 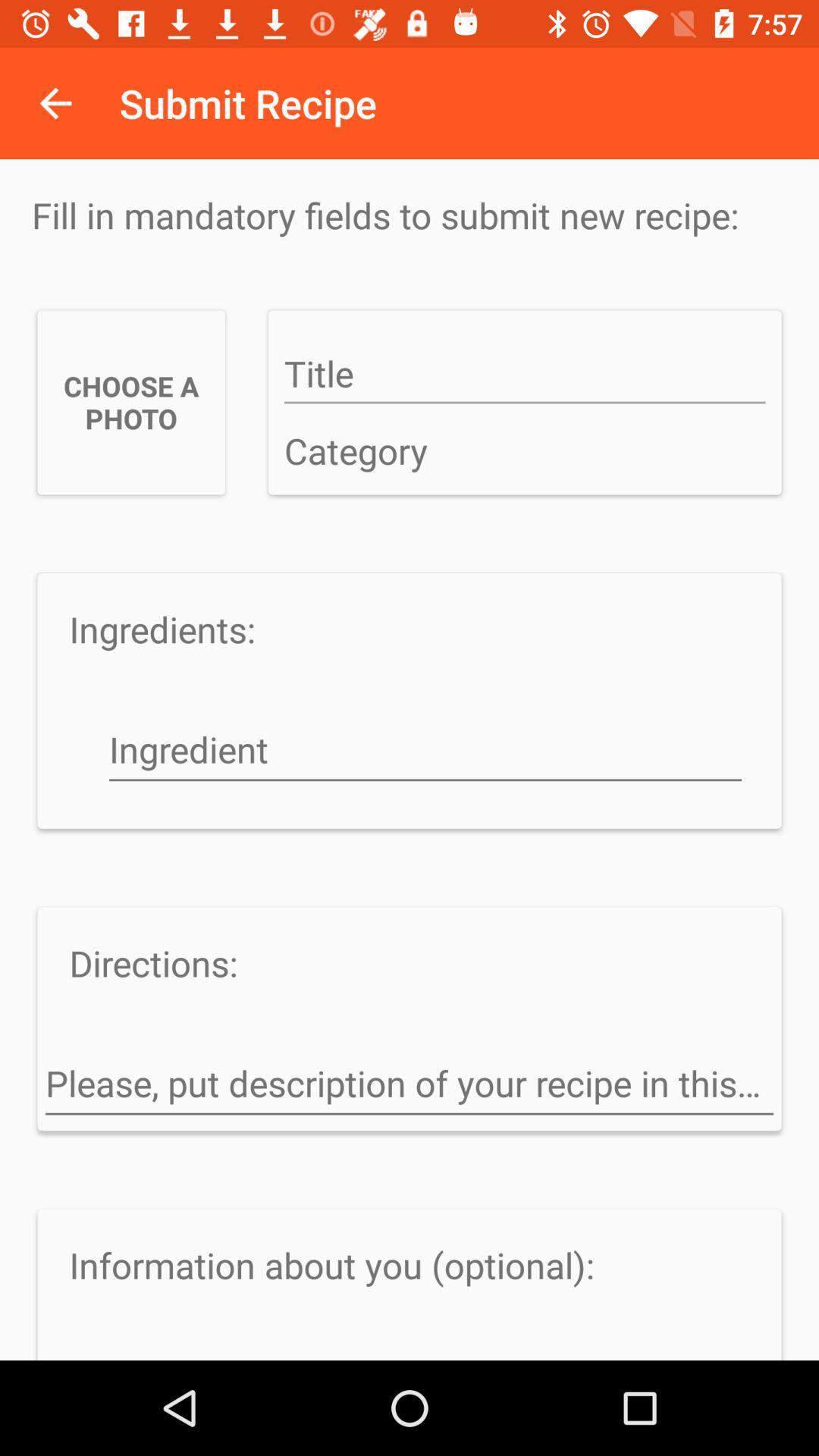 What do you see at coordinates (425, 752) in the screenshot?
I see `third text box` at bounding box center [425, 752].